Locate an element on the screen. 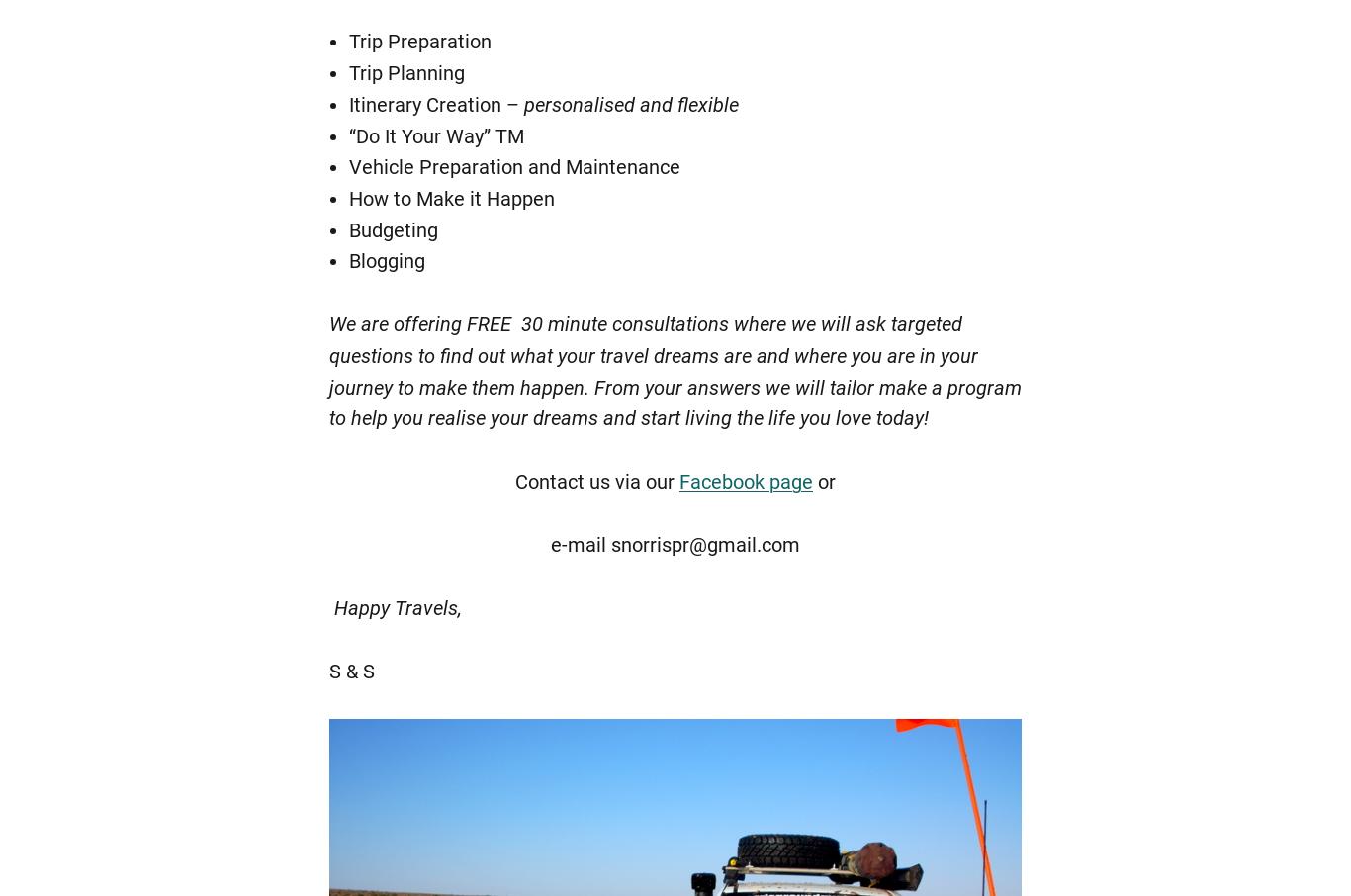  'personalised and flexible' is located at coordinates (524, 103).